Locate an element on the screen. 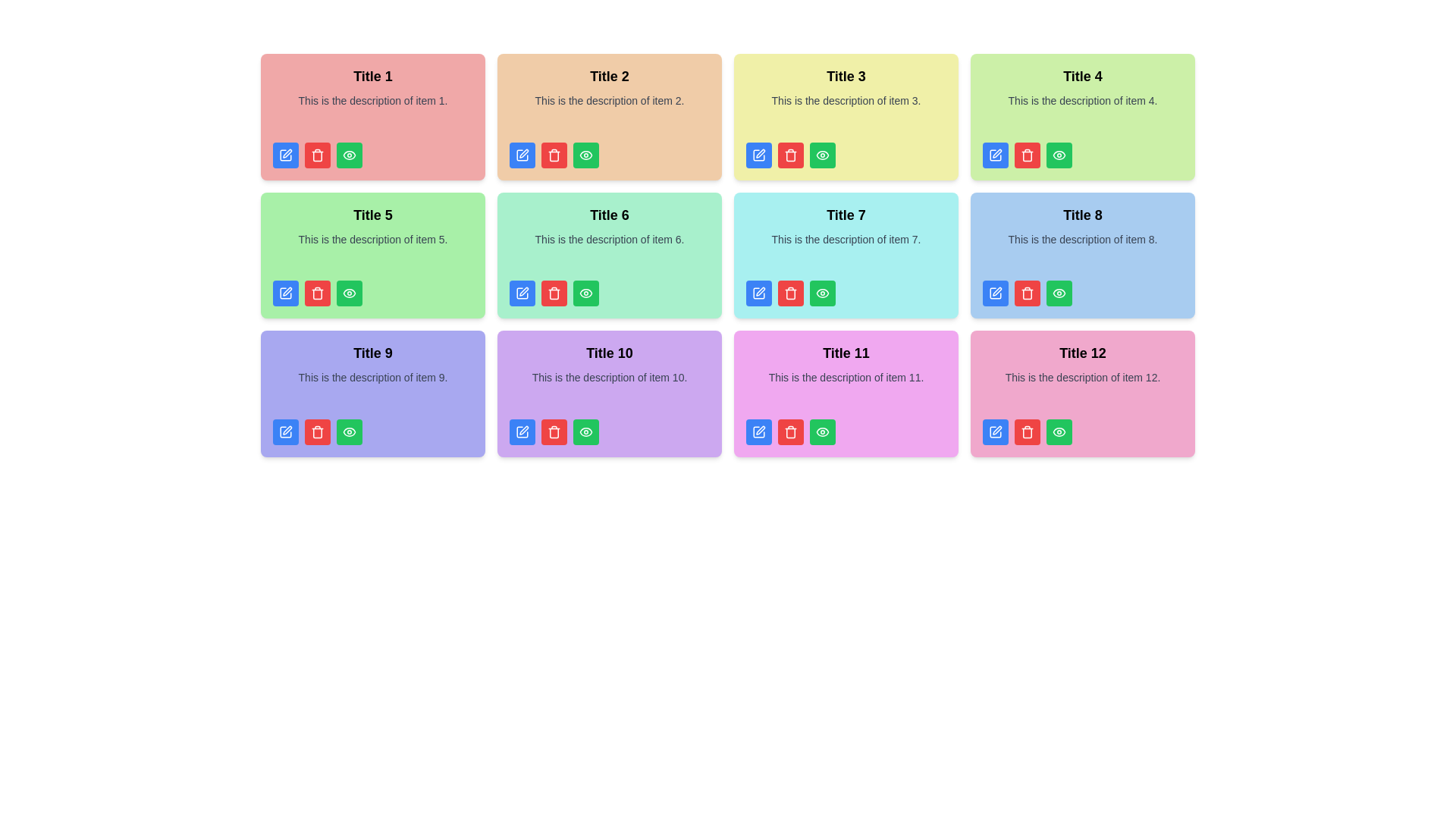 The width and height of the screenshot is (1456, 819). the middle delete button within the card to initiate the delete action is located at coordinates (1027, 293).